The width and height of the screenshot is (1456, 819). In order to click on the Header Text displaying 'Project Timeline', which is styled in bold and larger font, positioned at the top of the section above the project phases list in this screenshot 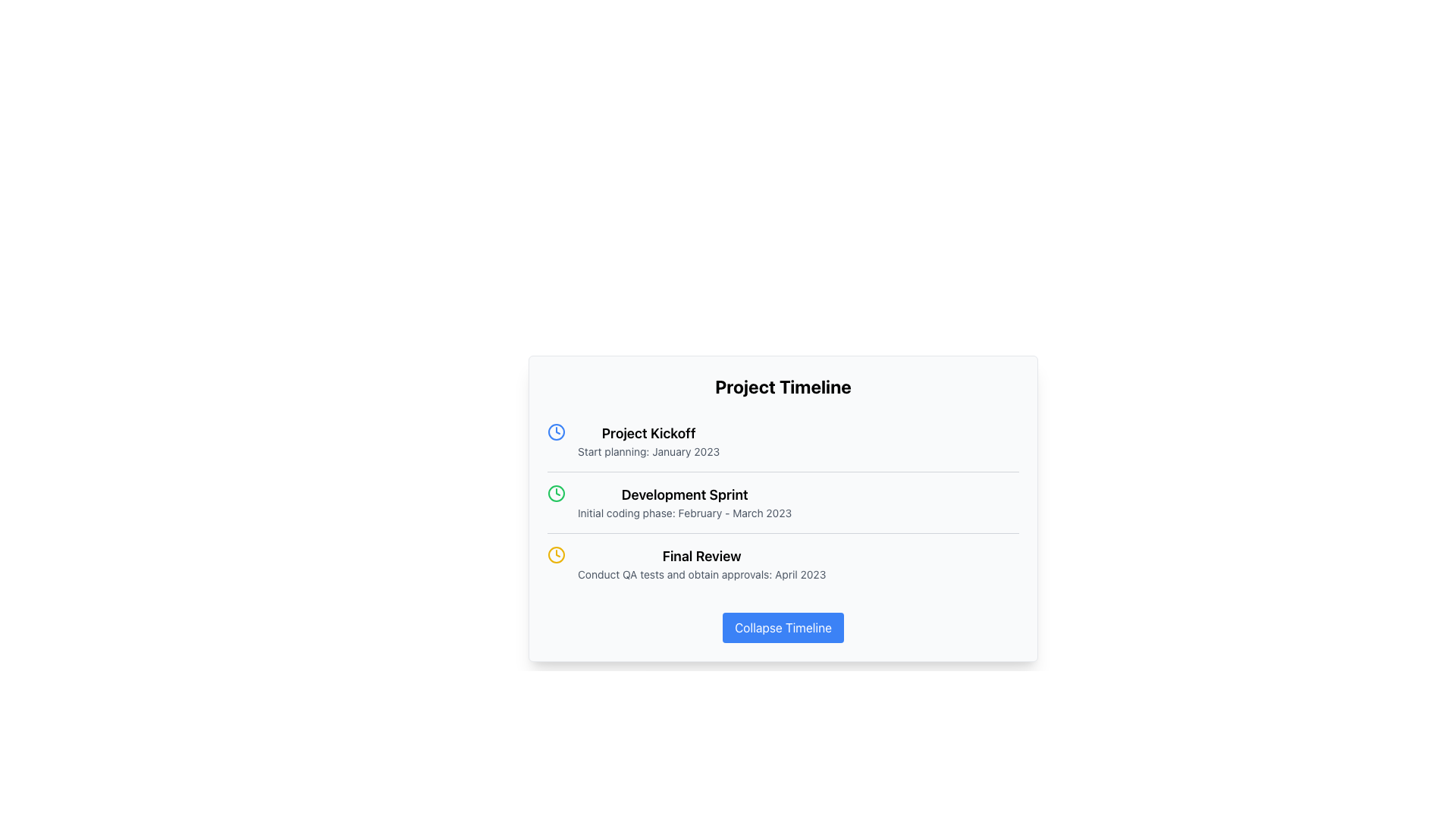, I will do `click(783, 385)`.